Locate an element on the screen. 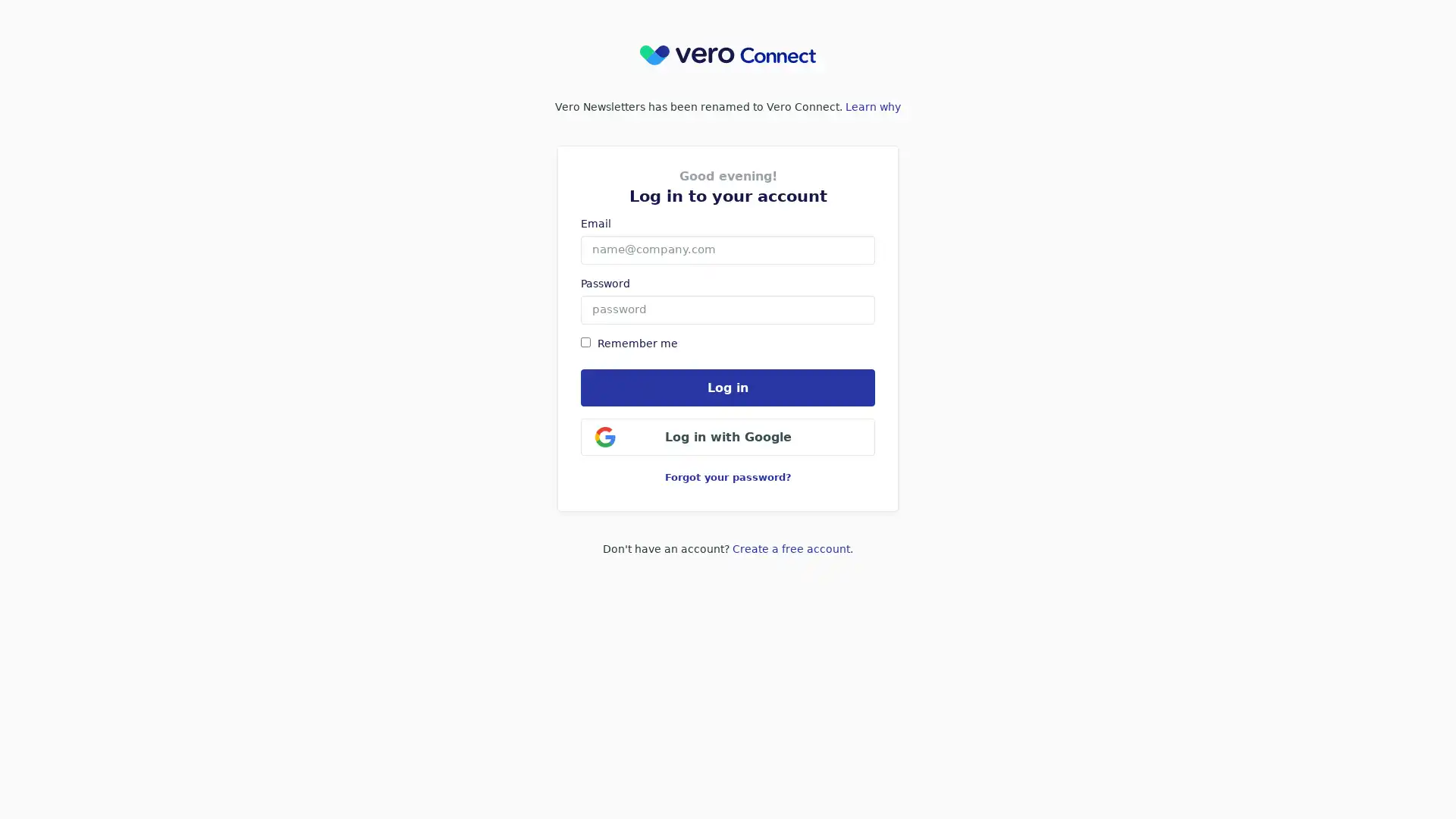 This screenshot has height=819, width=1456. Log in is located at coordinates (728, 386).